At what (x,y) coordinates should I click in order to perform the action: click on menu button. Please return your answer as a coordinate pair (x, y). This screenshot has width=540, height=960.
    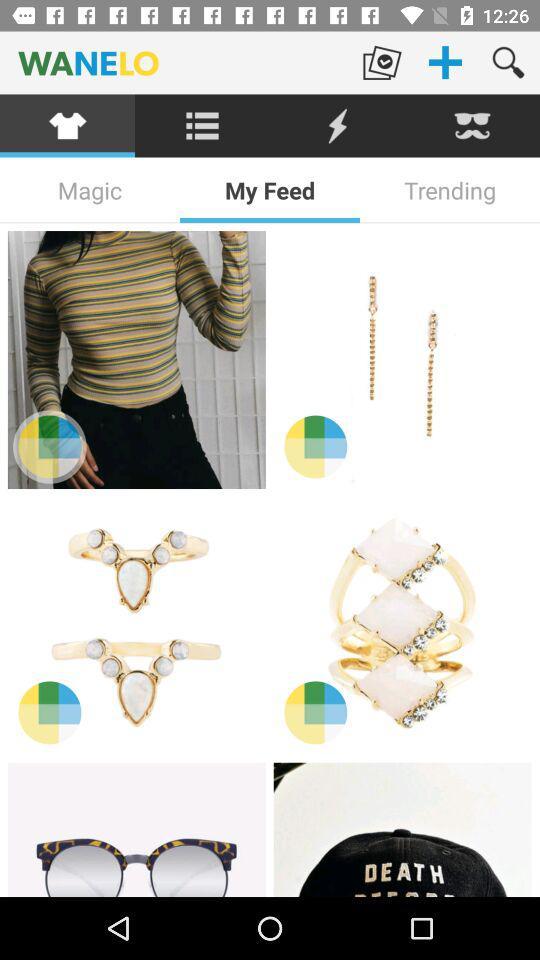
    Looking at the image, I should click on (202, 125).